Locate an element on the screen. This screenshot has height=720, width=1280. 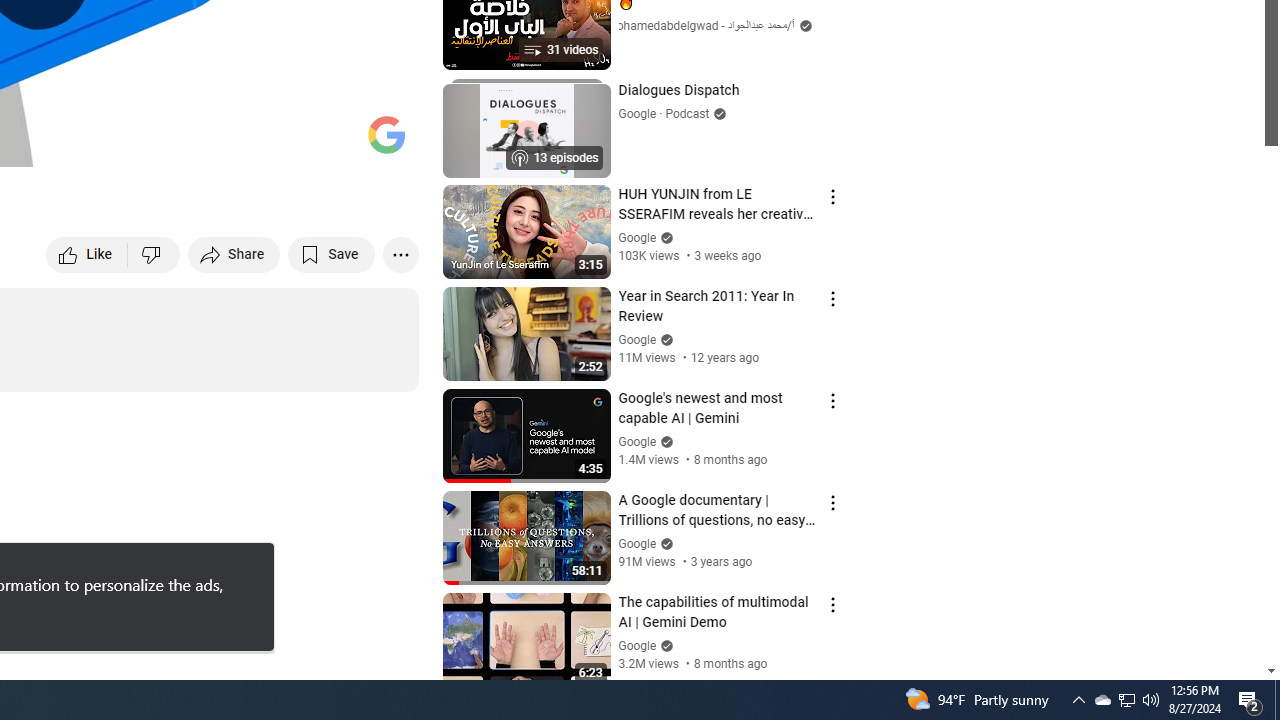
'Share' is located at coordinates (234, 253).